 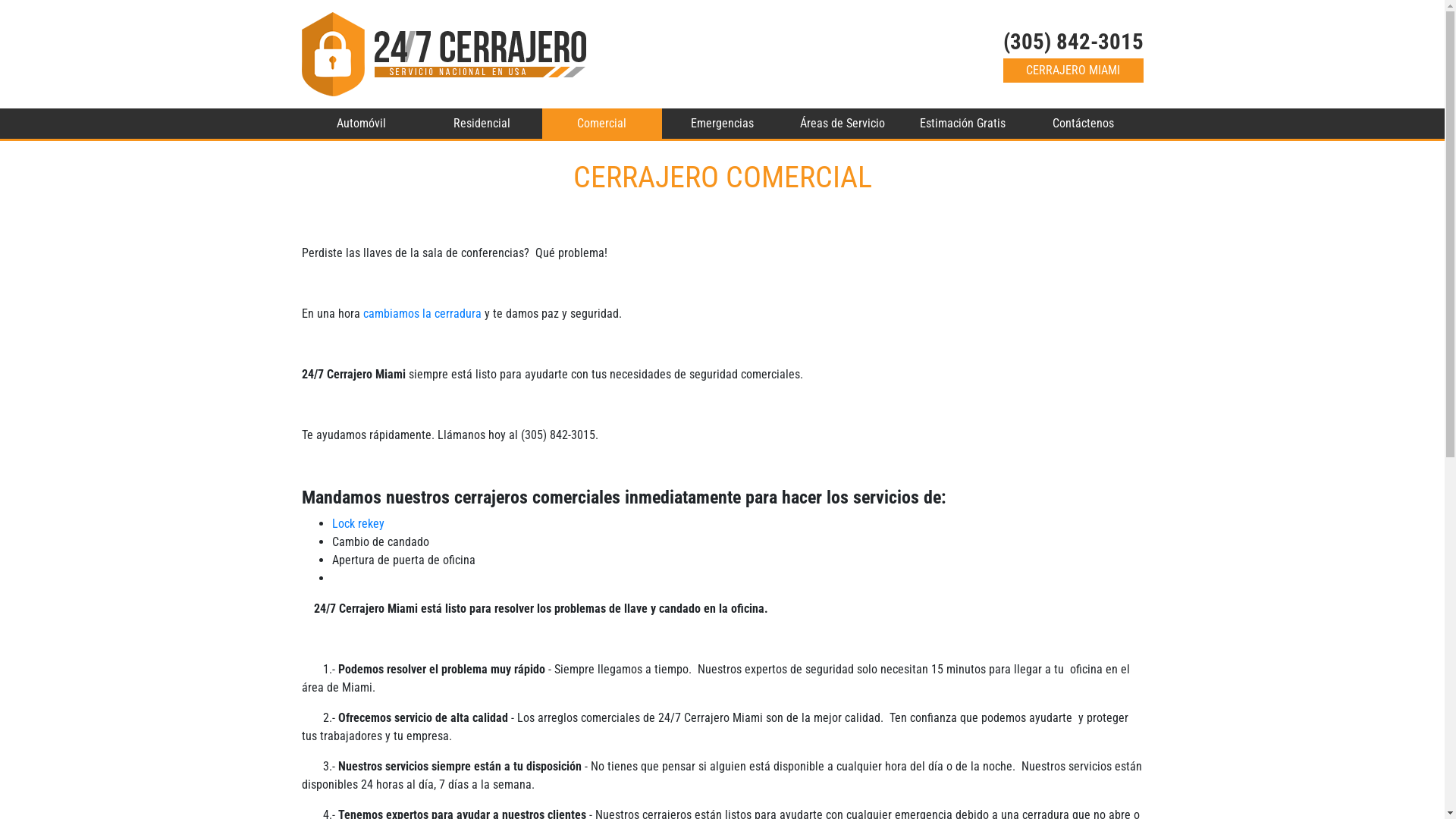 What do you see at coordinates (601, 122) in the screenshot?
I see `'Comercial'` at bounding box center [601, 122].